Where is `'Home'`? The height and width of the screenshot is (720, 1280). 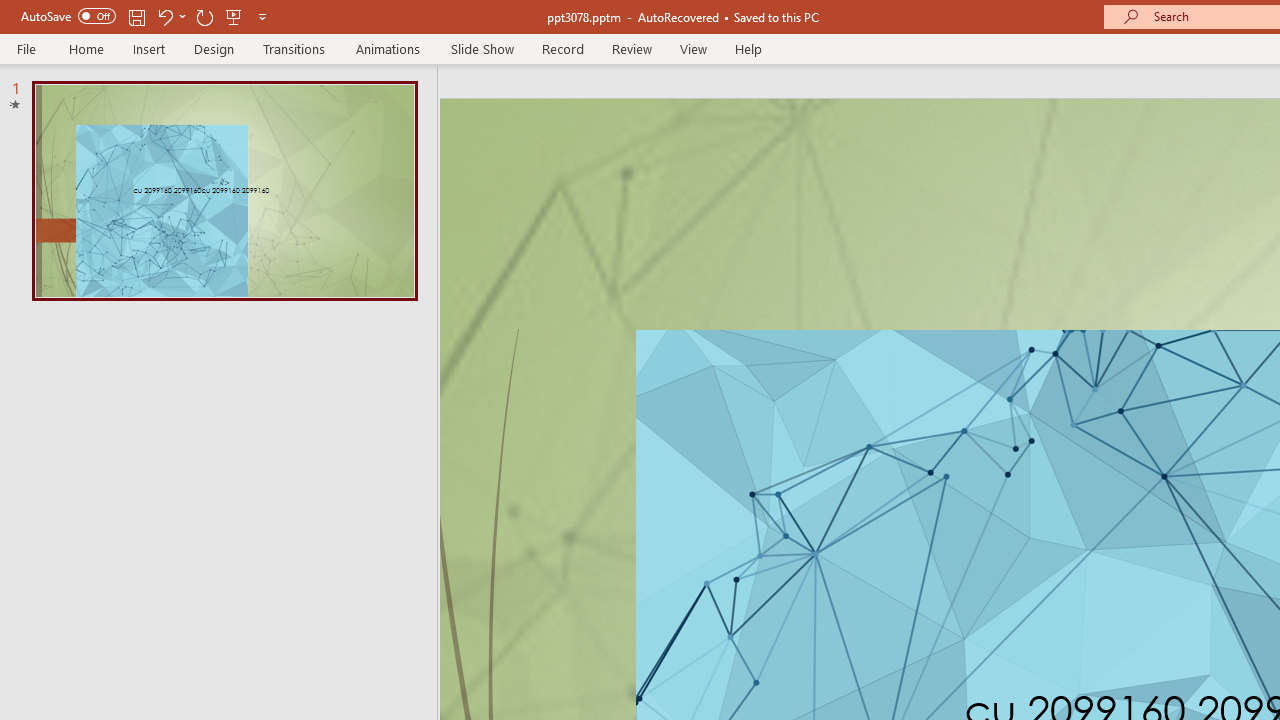
'Home' is located at coordinates (85, 48).